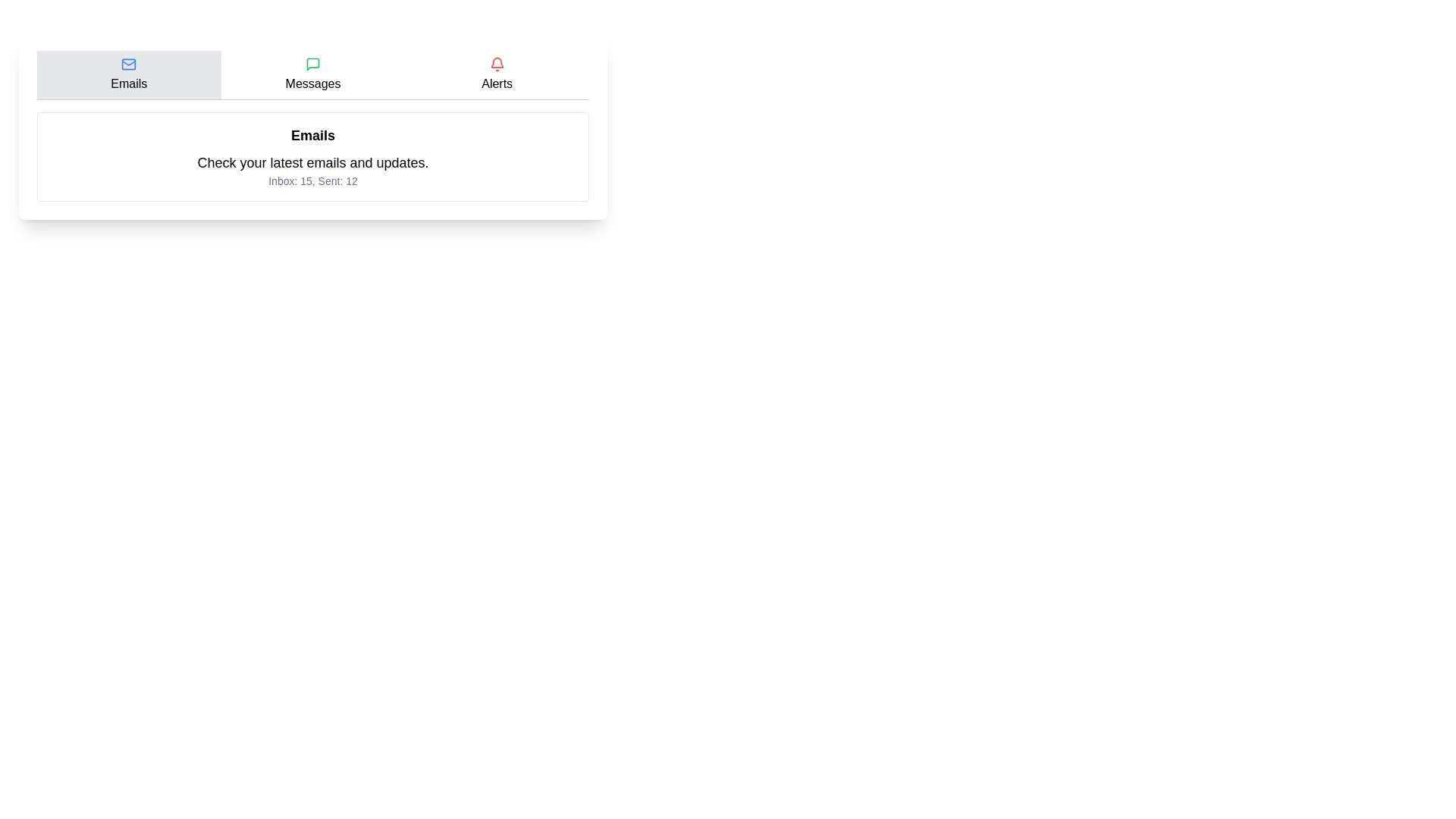 This screenshot has height=819, width=1456. Describe the element at coordinates (312, 75) in the screenshot. I see `the Messages tab` at that location.